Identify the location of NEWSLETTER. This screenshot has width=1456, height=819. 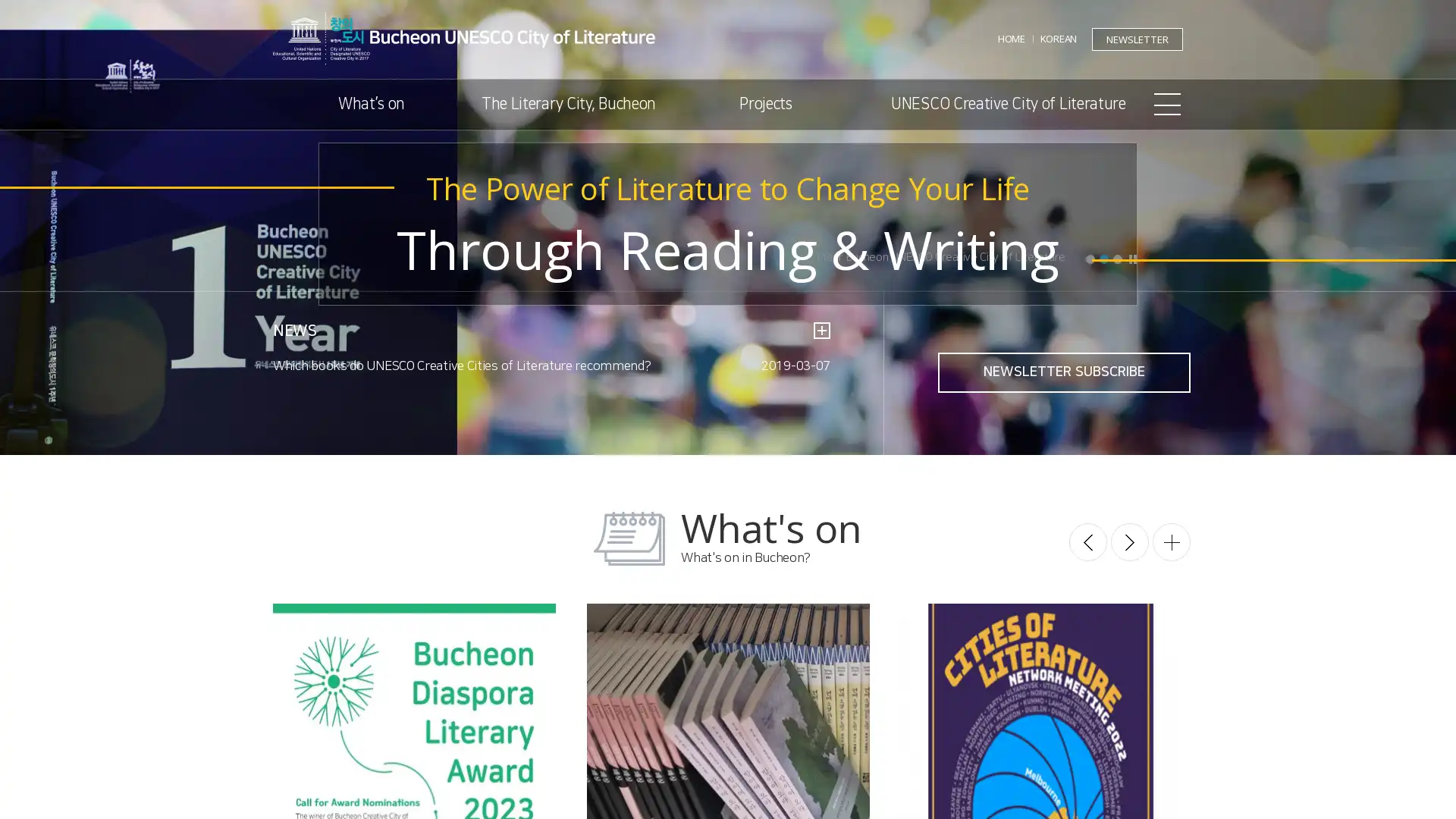
(1137, 38).